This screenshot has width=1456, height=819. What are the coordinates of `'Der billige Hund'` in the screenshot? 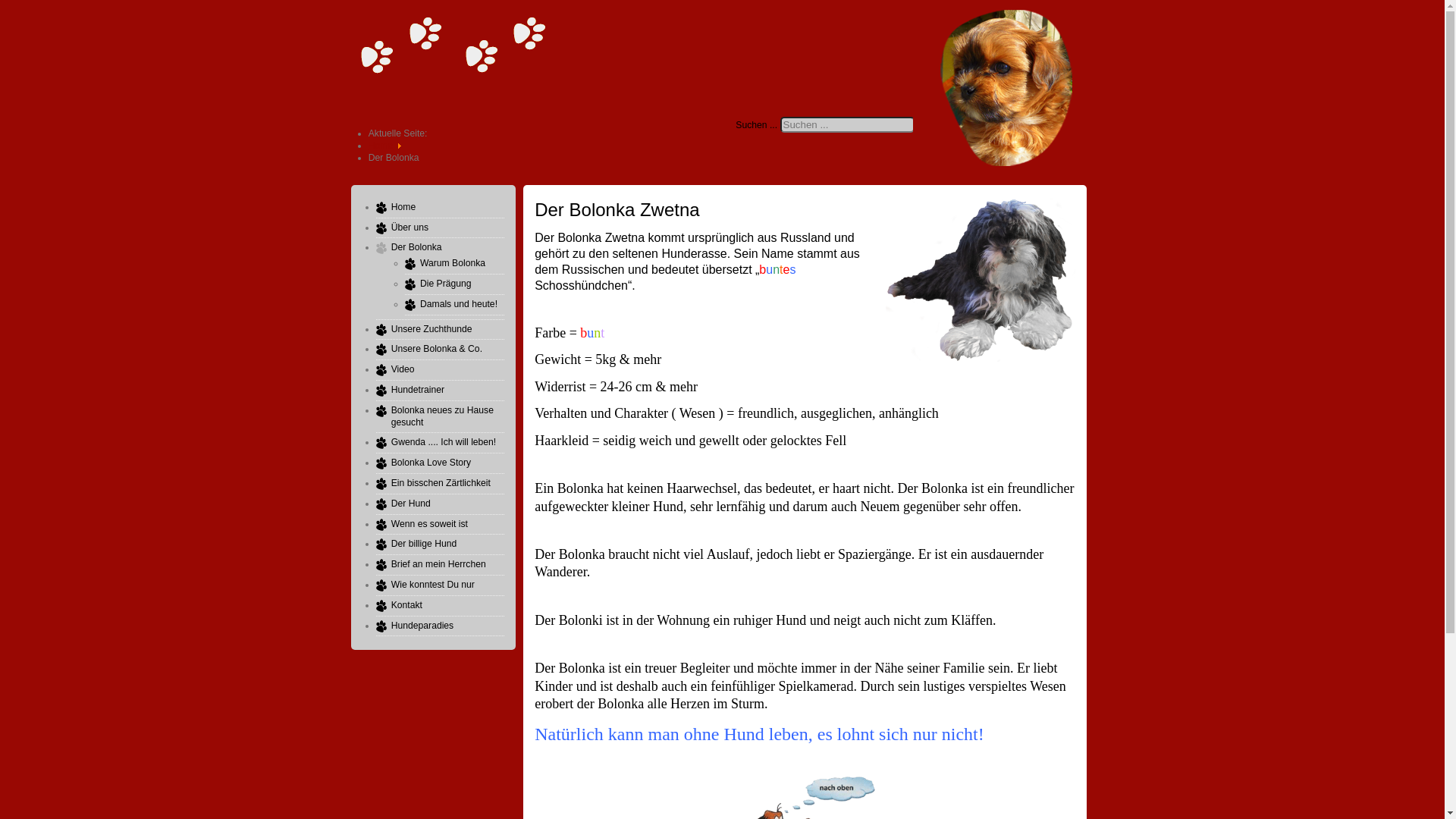 It's located at (391, 543).